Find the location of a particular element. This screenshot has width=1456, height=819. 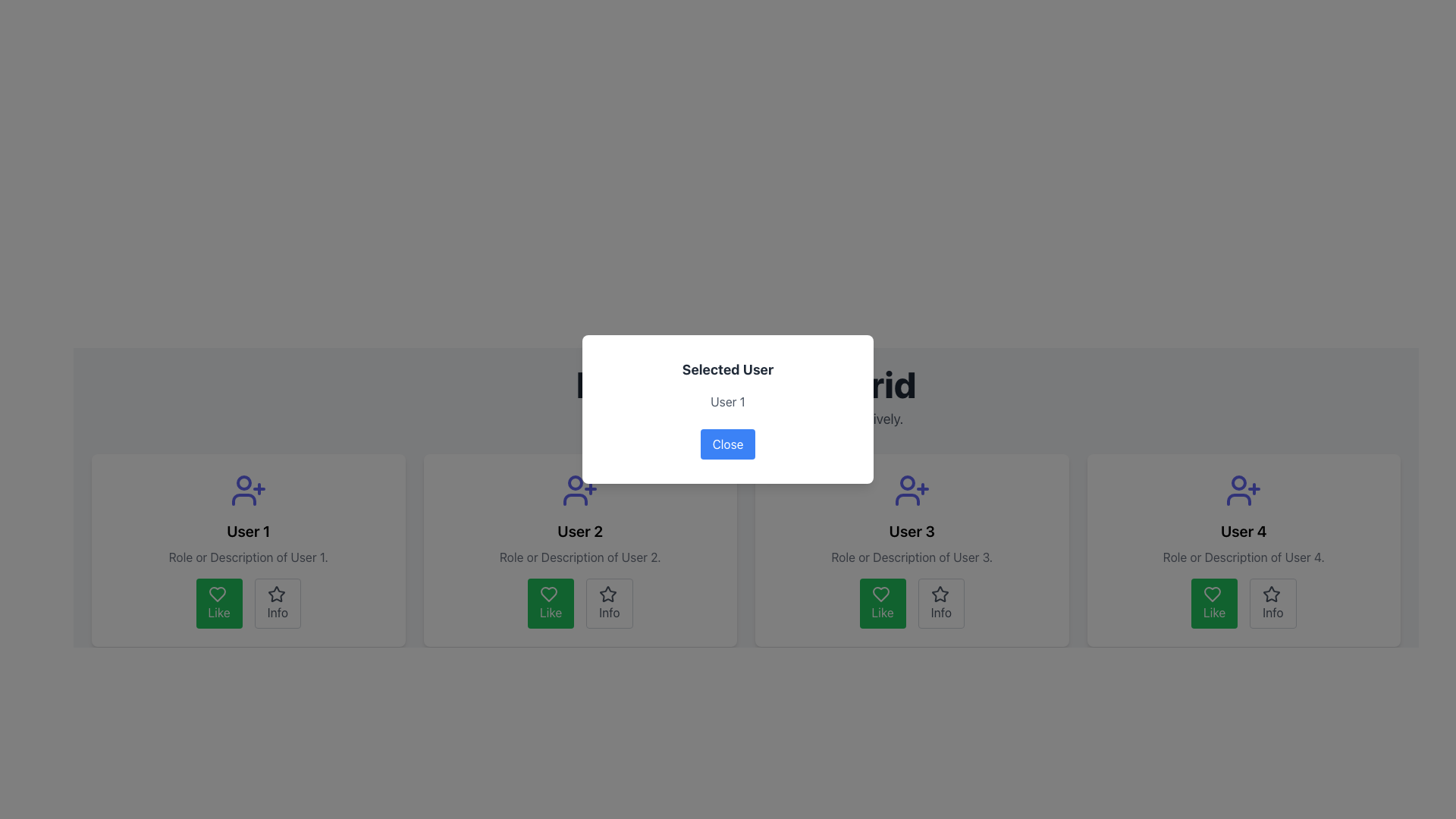

the text label displaying 'User 1', which is styled in bold, black font and centrally aligned in the first user card is located at coordinates (248, 531).